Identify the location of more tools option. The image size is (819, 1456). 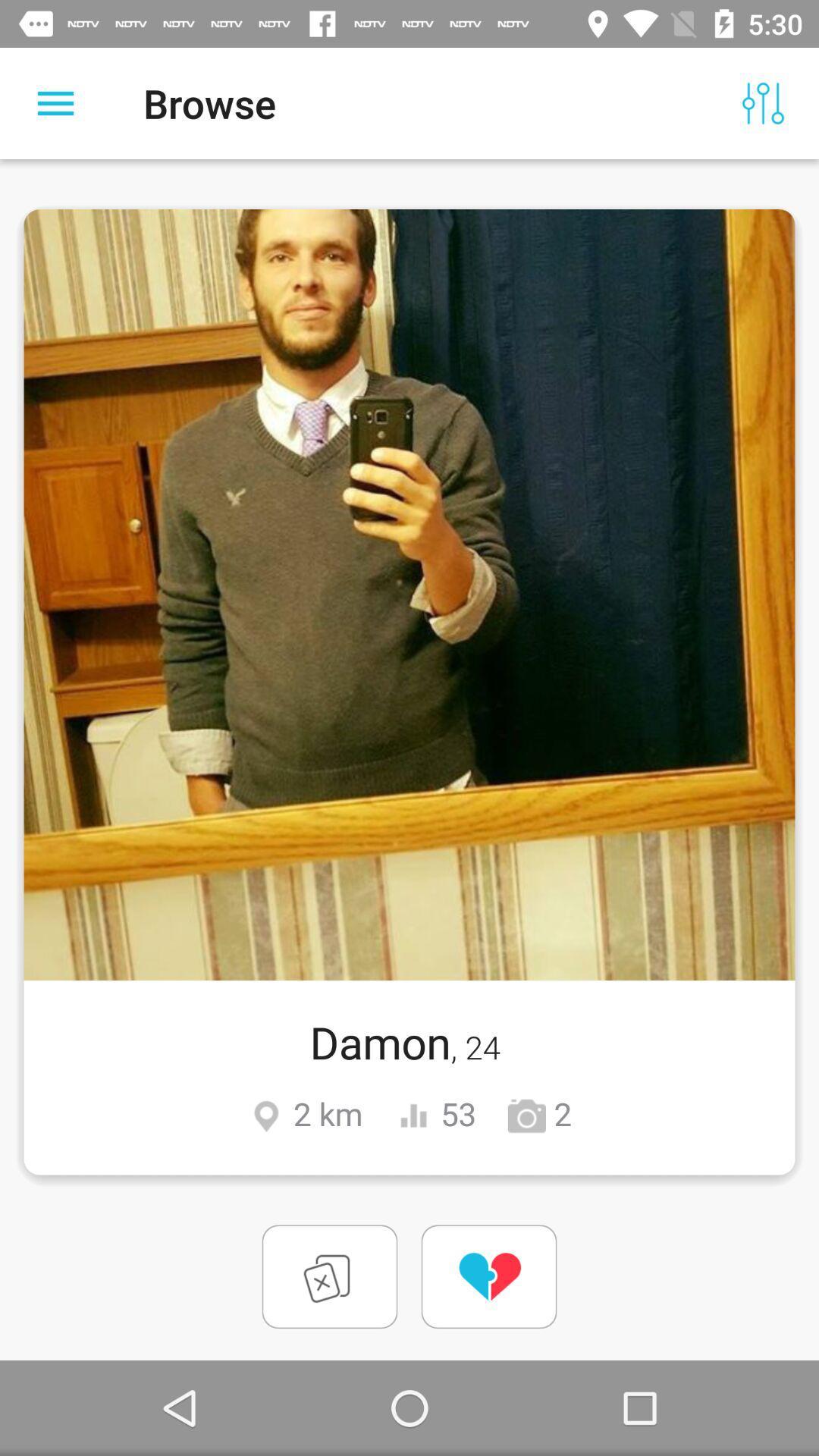
(55, 102).